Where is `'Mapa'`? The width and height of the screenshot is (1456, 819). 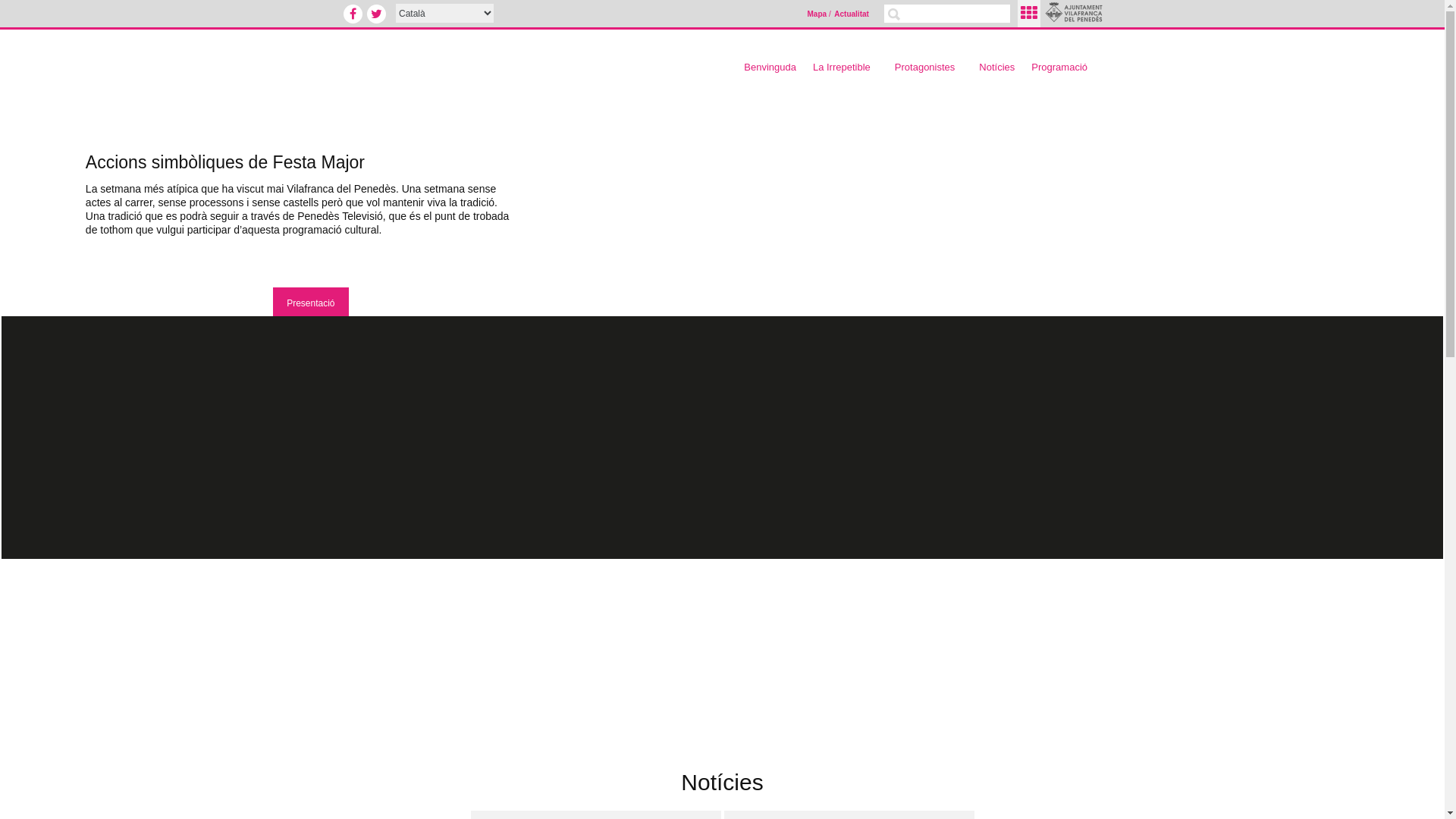
'Mapa' is located at coordinates (806, 14).